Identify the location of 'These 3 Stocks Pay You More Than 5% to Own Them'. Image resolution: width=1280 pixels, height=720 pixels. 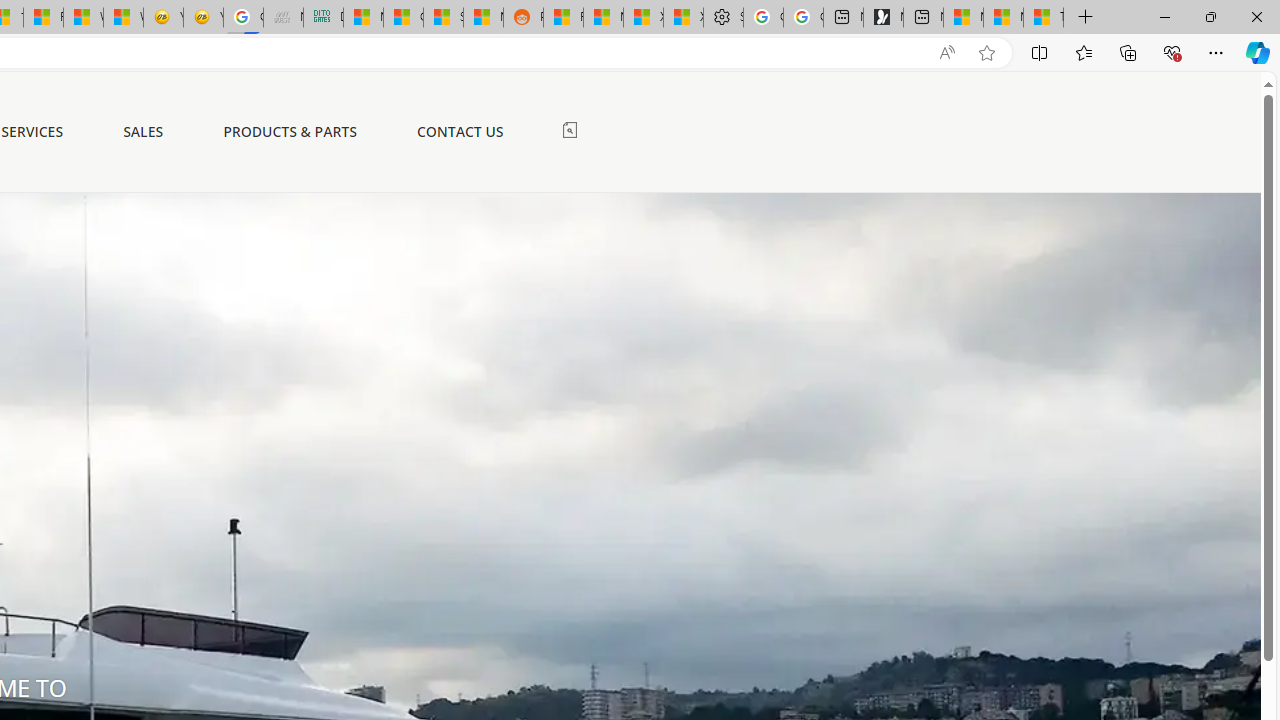
(1042, 17).